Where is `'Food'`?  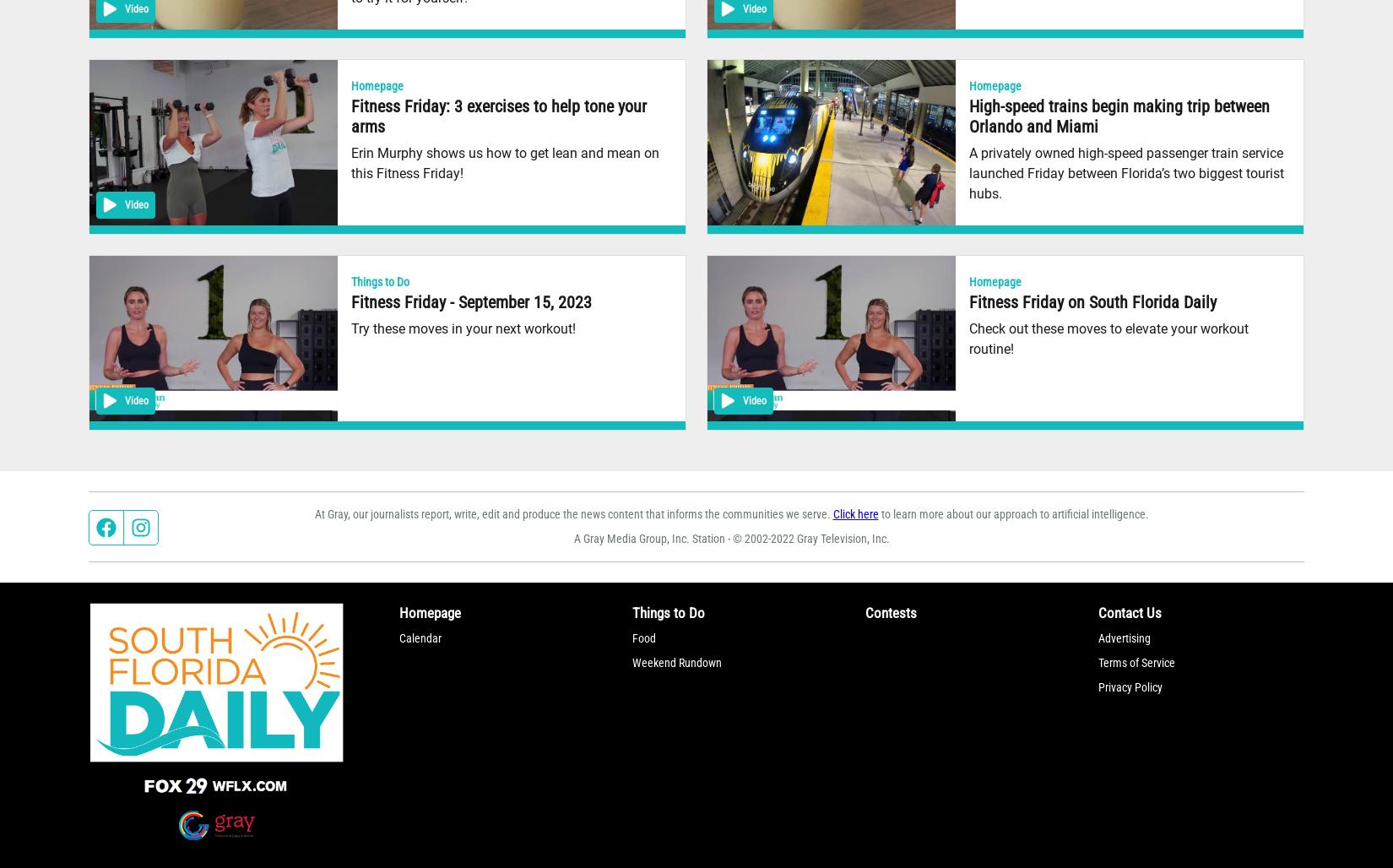 'Food' is located at coordinates (642, 636).